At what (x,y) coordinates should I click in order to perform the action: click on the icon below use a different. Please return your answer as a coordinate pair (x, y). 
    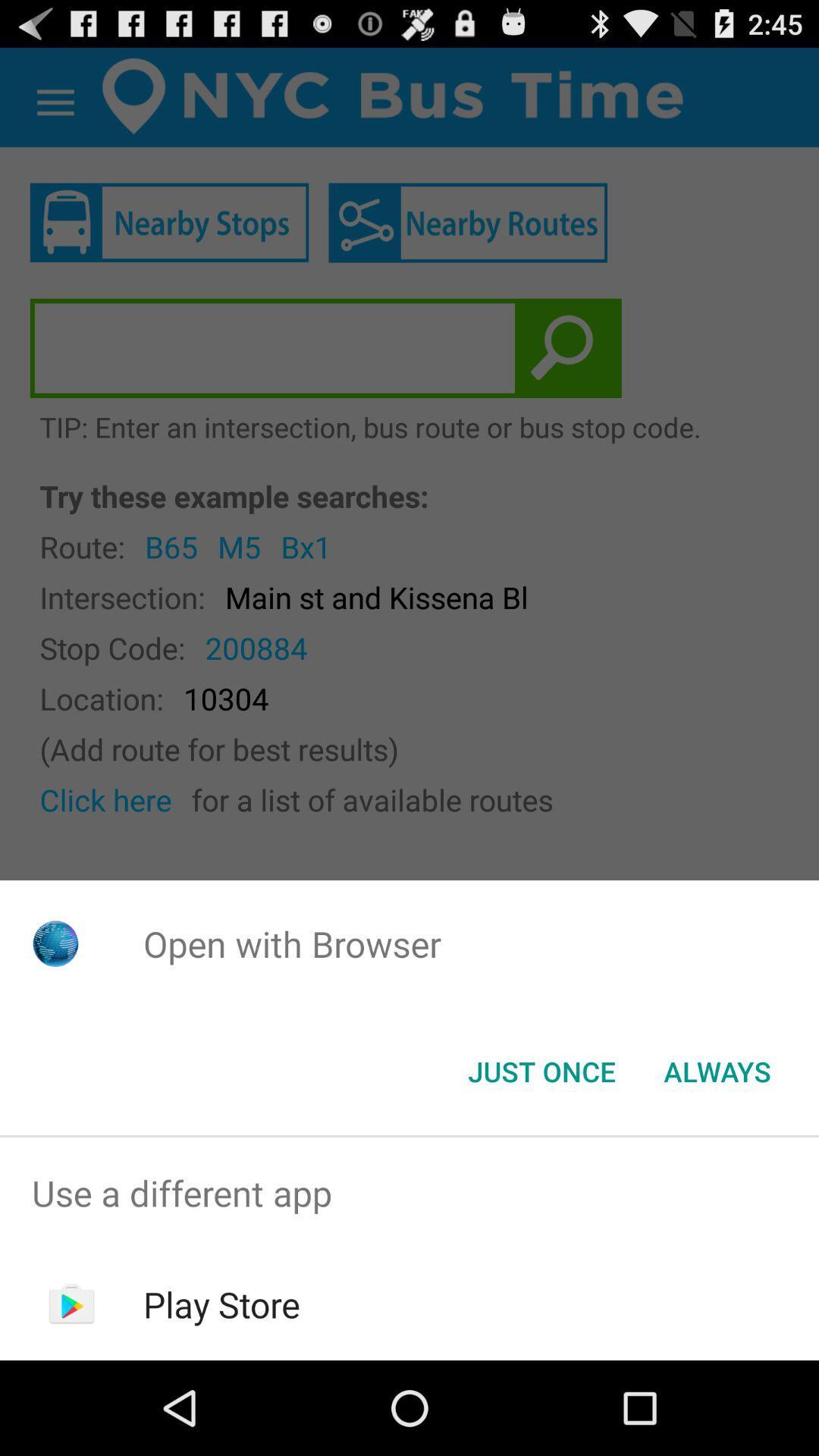
    Looking at the image, I should click on (221, 1304).